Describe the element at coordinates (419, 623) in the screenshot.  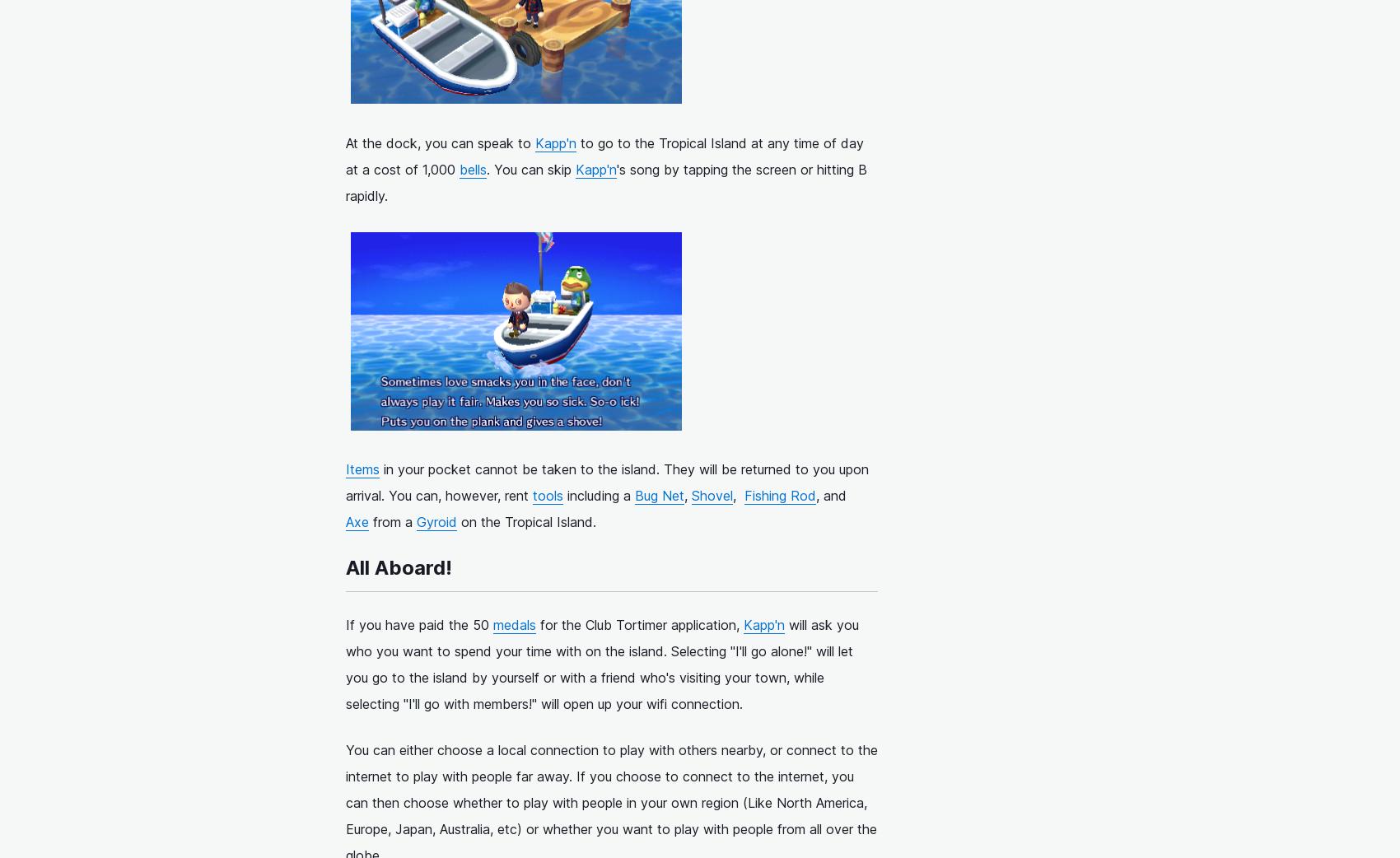
I see `'If you have paid the 50'` at that location.